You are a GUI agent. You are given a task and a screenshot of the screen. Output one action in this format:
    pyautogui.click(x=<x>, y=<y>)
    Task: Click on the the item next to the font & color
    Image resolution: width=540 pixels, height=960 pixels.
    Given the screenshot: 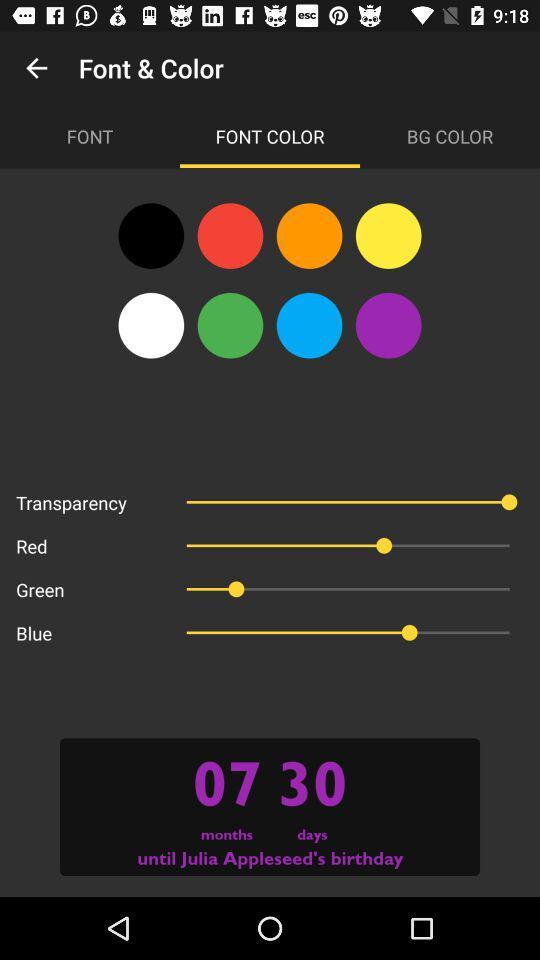 What is the action you would take?
    pyautogui.click(x=36, y=68)
    